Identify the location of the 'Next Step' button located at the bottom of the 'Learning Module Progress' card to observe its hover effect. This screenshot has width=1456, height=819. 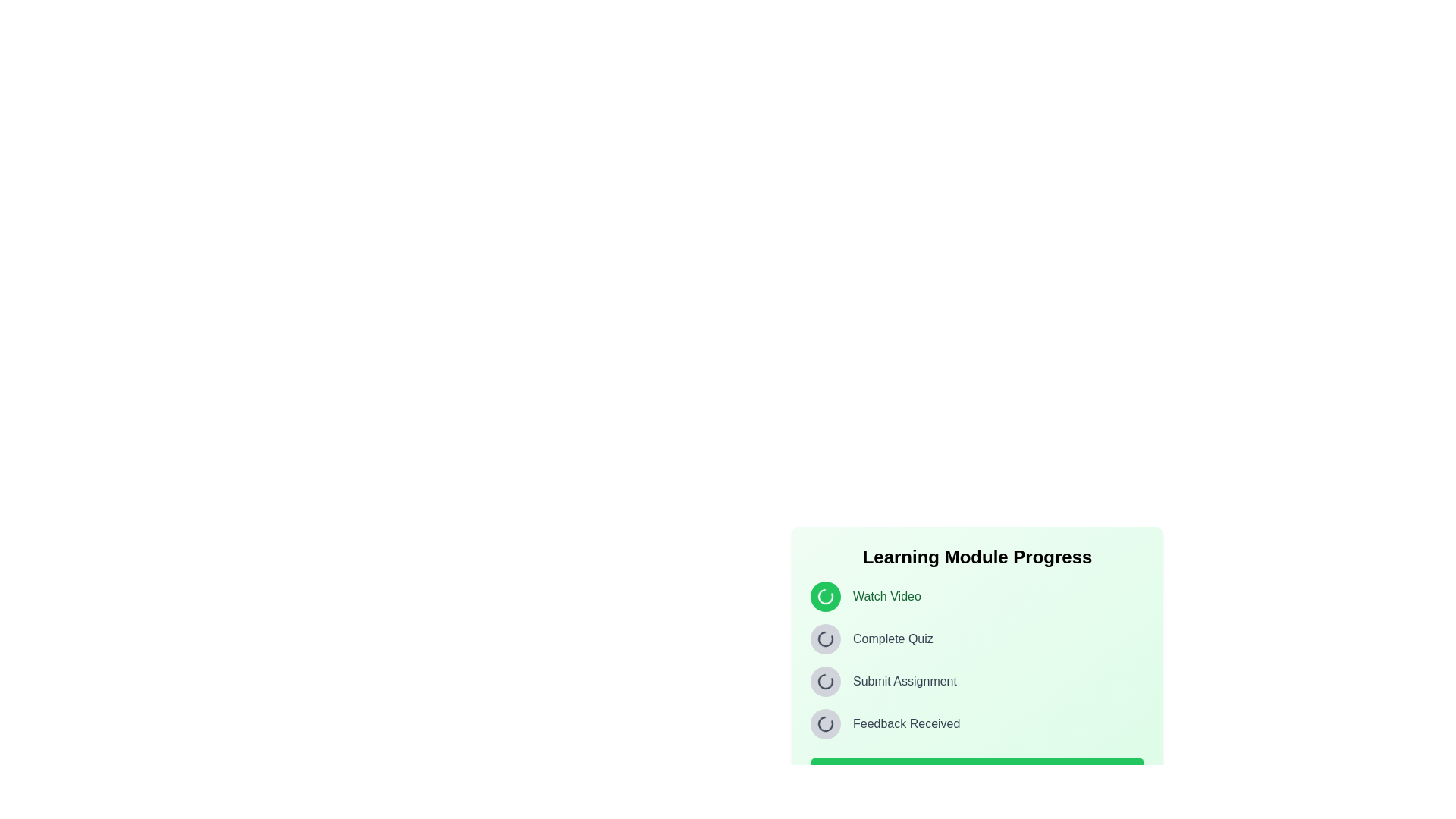
(977, 775).